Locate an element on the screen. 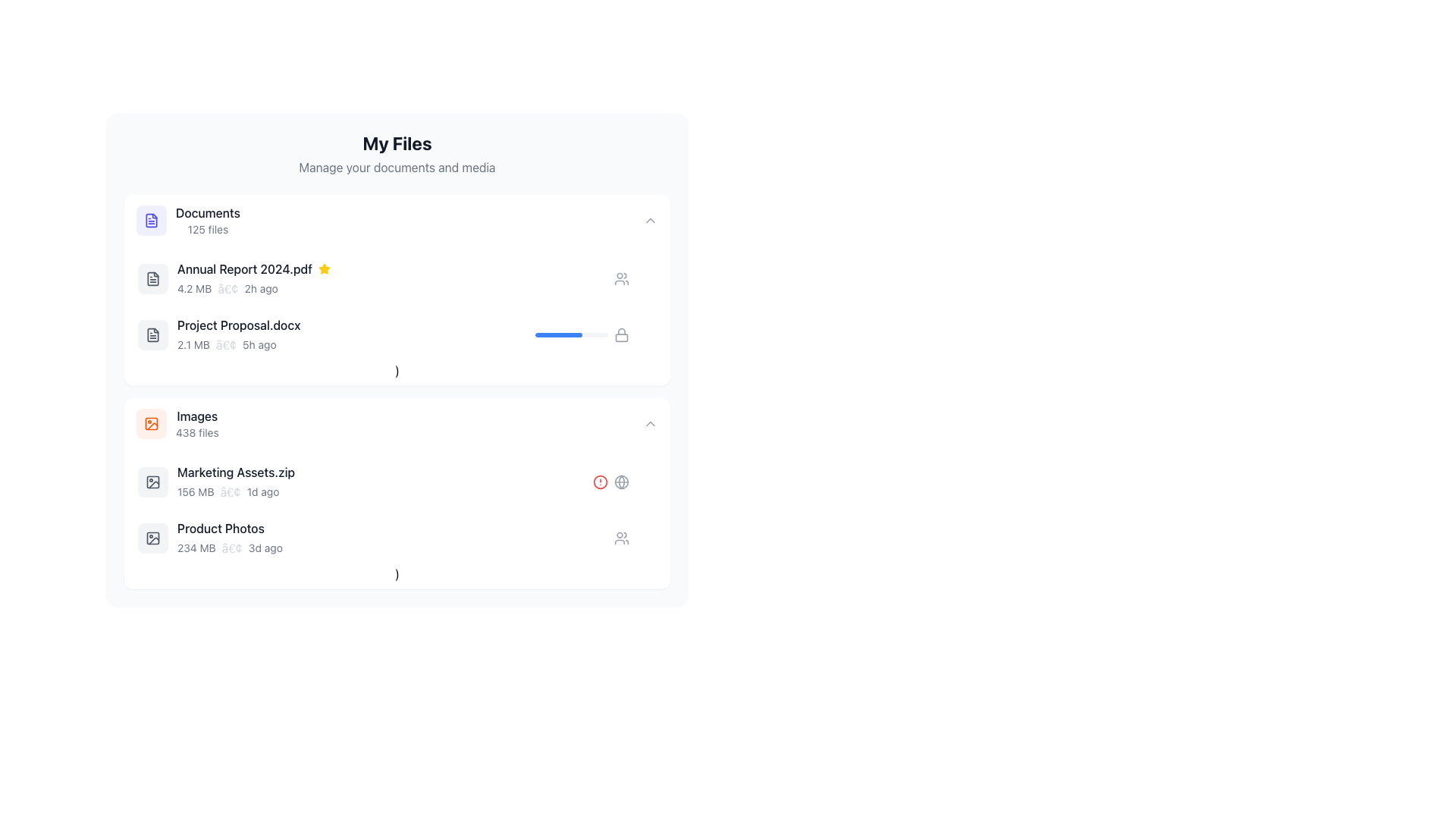 The height and width of the screenshot is (819, 1456). the file metadata associated with the 'Annual Report 2024.pdf' entry is located at coordinates (396, 289).